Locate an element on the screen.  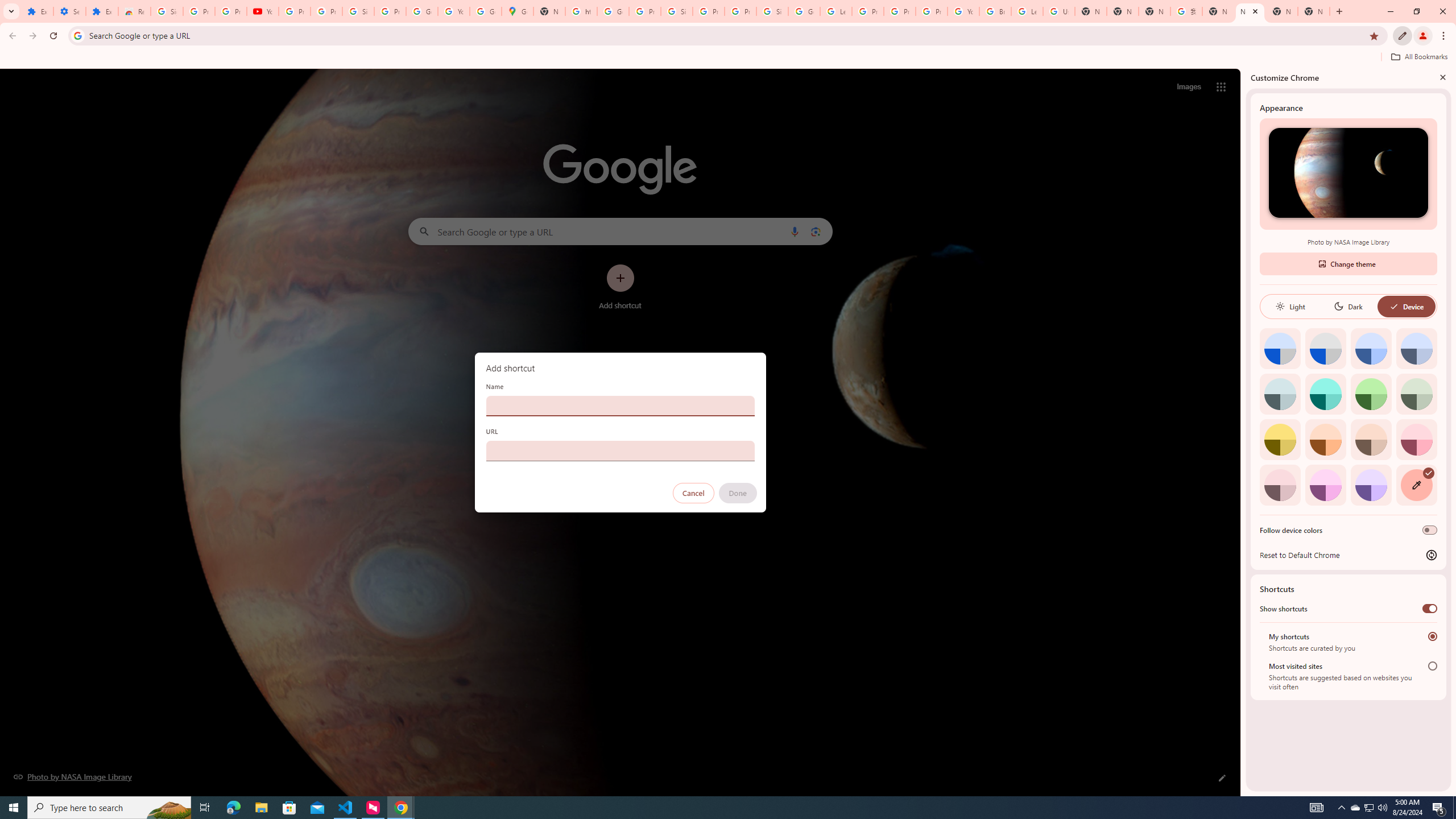
'Custom color' is located at coordinates (1416, 484).